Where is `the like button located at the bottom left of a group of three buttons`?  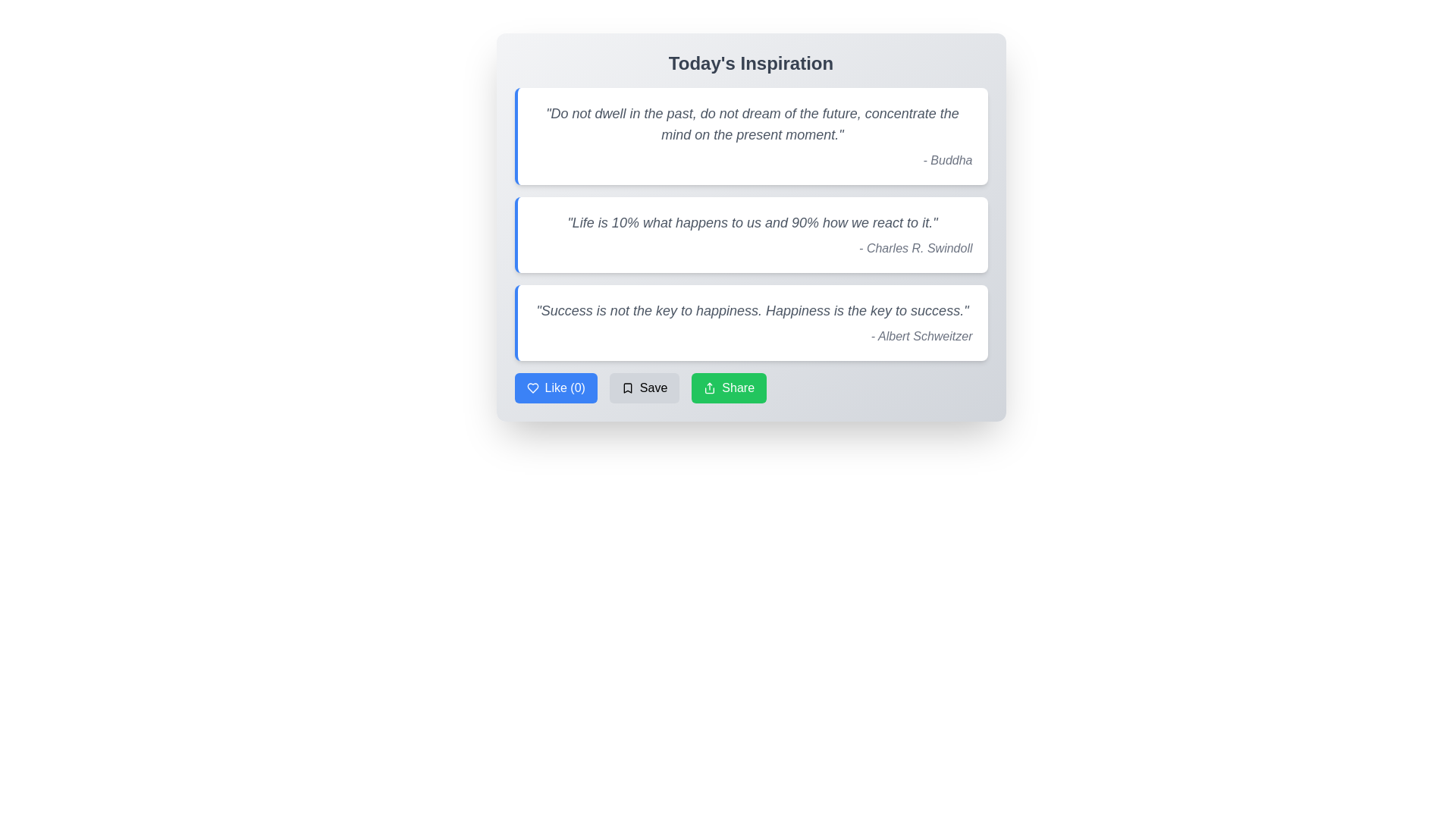 the like button located at the bottom left of a group of three buttons is located at coordinates (555, 388).